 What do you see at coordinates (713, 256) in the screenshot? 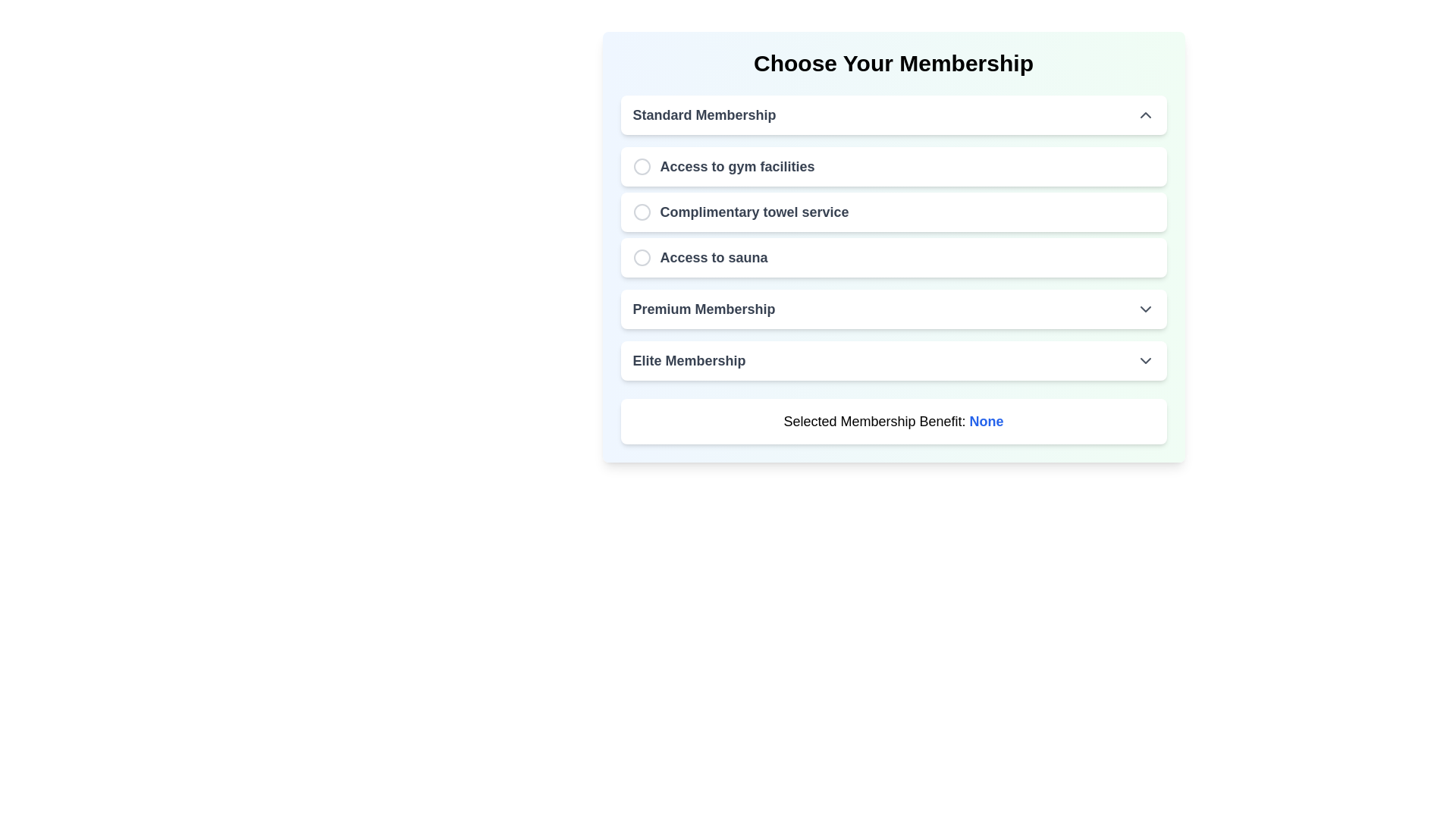
I see `the selectable option for 'Access to sauna' in the membership benefits list, which is the third option below 'Complimentary towel service'` at bounding box center [713, 256].